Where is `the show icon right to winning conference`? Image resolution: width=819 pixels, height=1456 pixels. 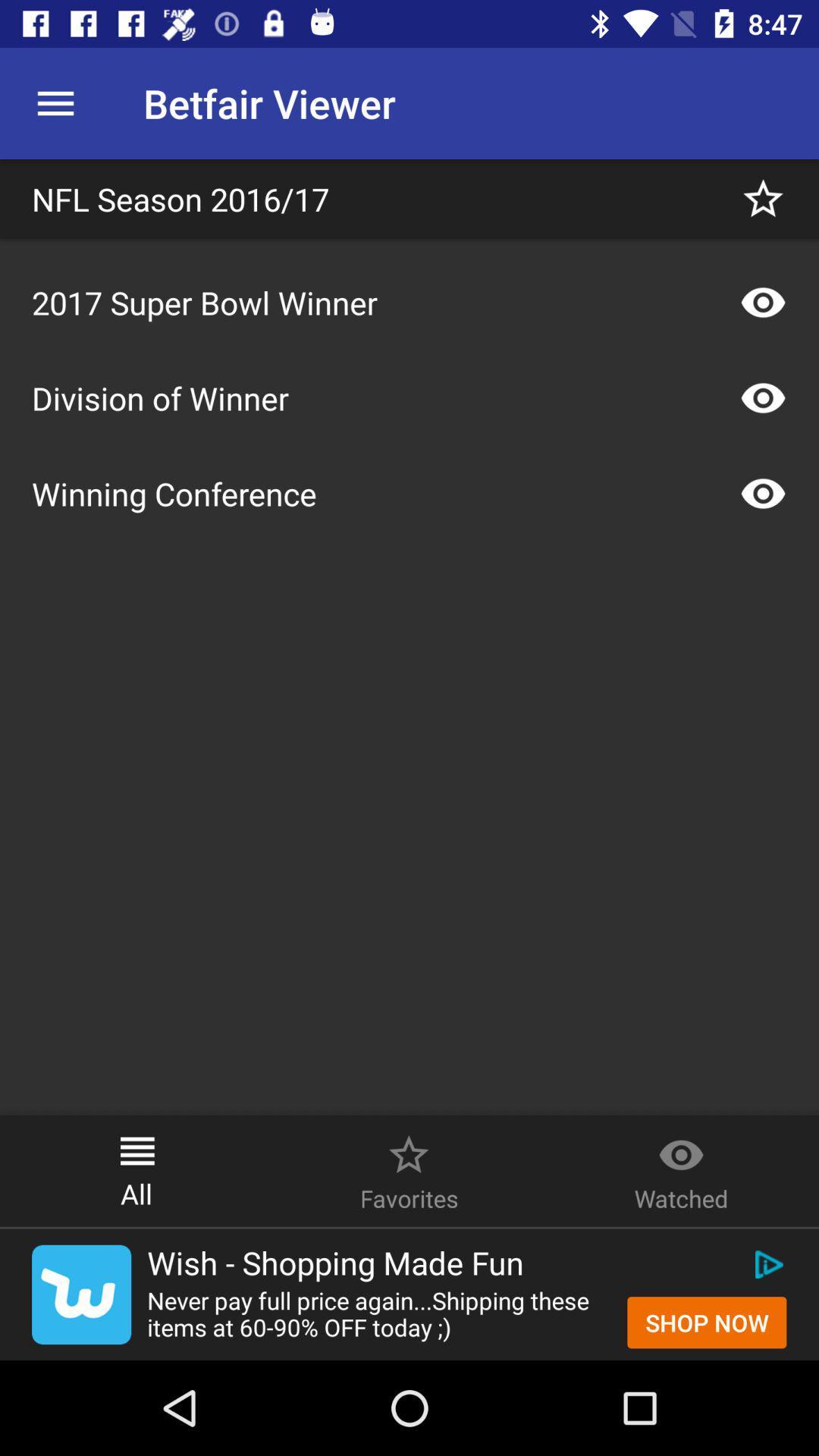 the show icon right to winning conference is located at coordinates (763, 494).